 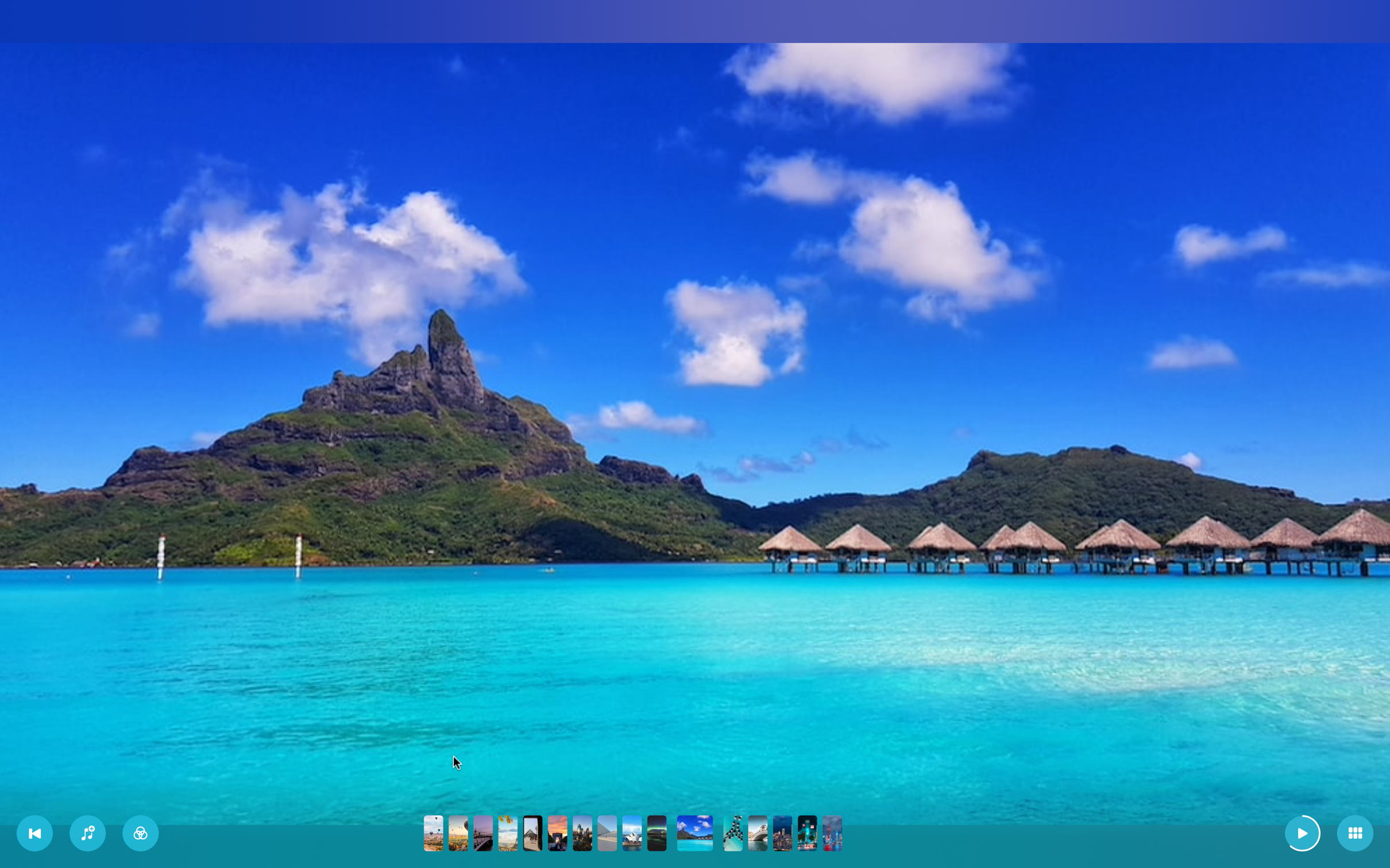 What do you see at coordinates (832, 834) in the screenshot?
I see `the final image in the slideshow` at bounding box center [832, 834].